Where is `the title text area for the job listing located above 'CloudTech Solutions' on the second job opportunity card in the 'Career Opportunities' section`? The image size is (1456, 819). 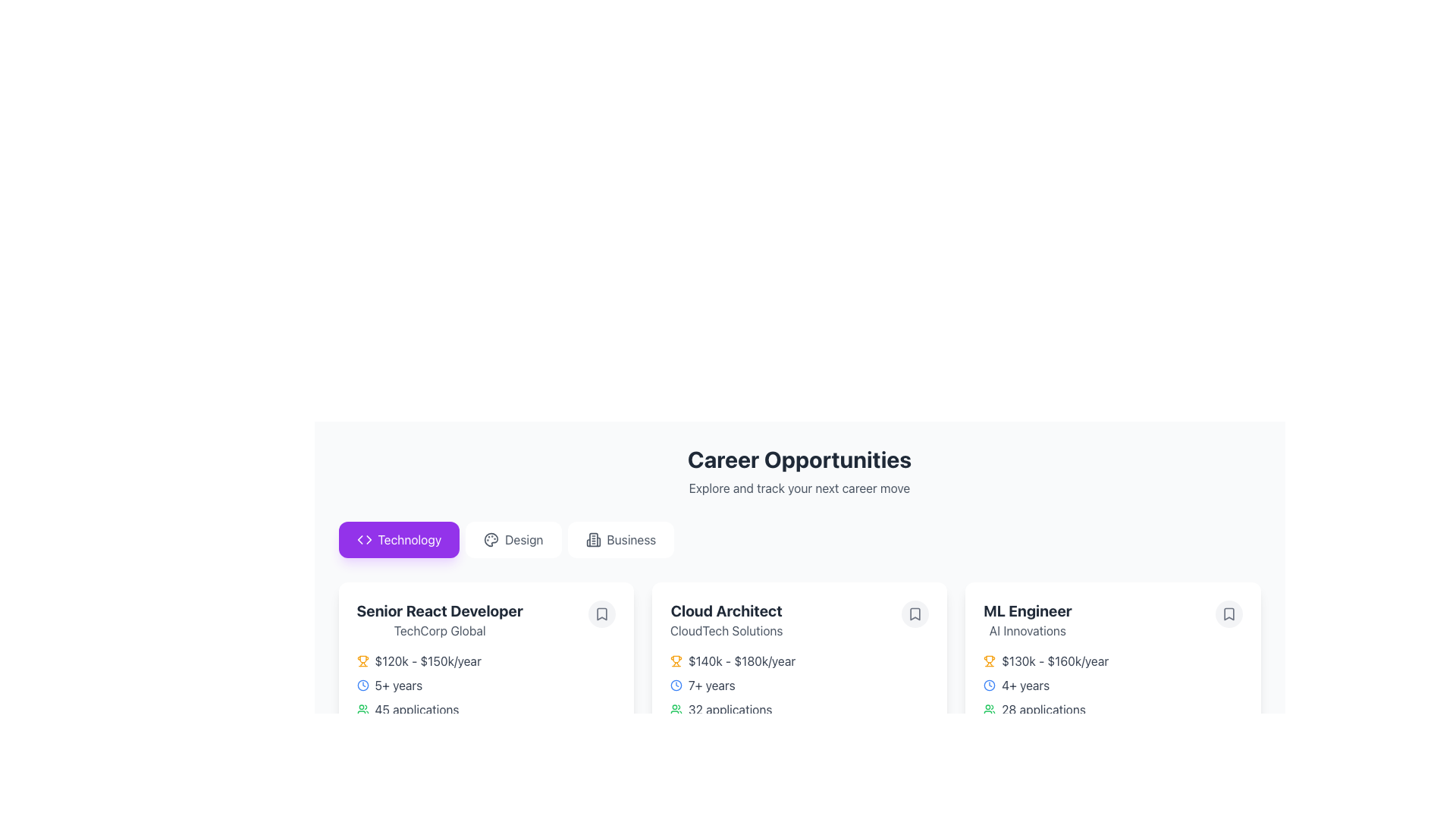
the title text area for the job listing located above 'CloudTech Solutions' on the second job opportunity card in the 'Career Opportunities' section is located at coordinates (726, 610).